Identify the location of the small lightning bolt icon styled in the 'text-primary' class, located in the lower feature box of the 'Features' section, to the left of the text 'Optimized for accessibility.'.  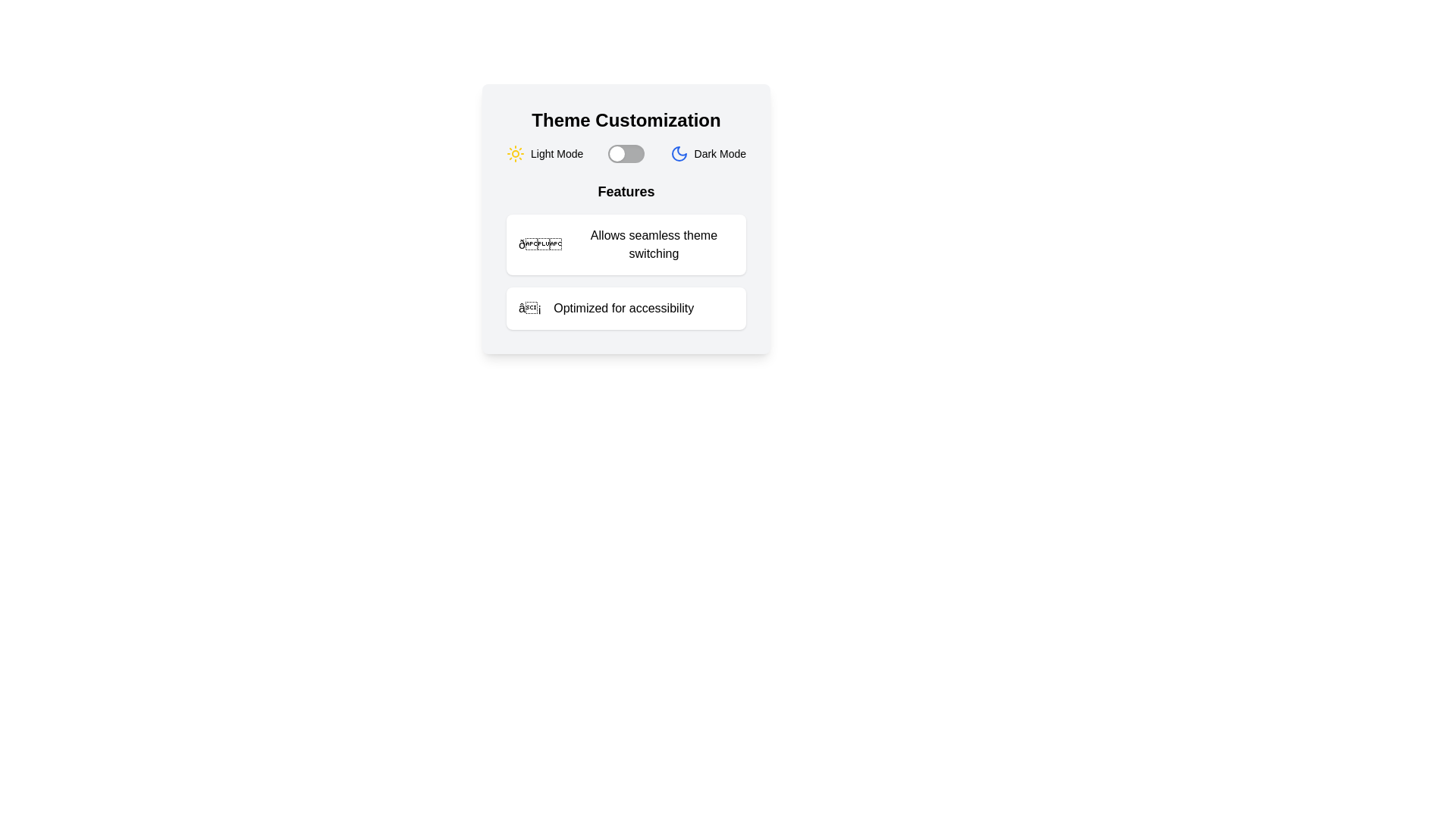
(530, 308).